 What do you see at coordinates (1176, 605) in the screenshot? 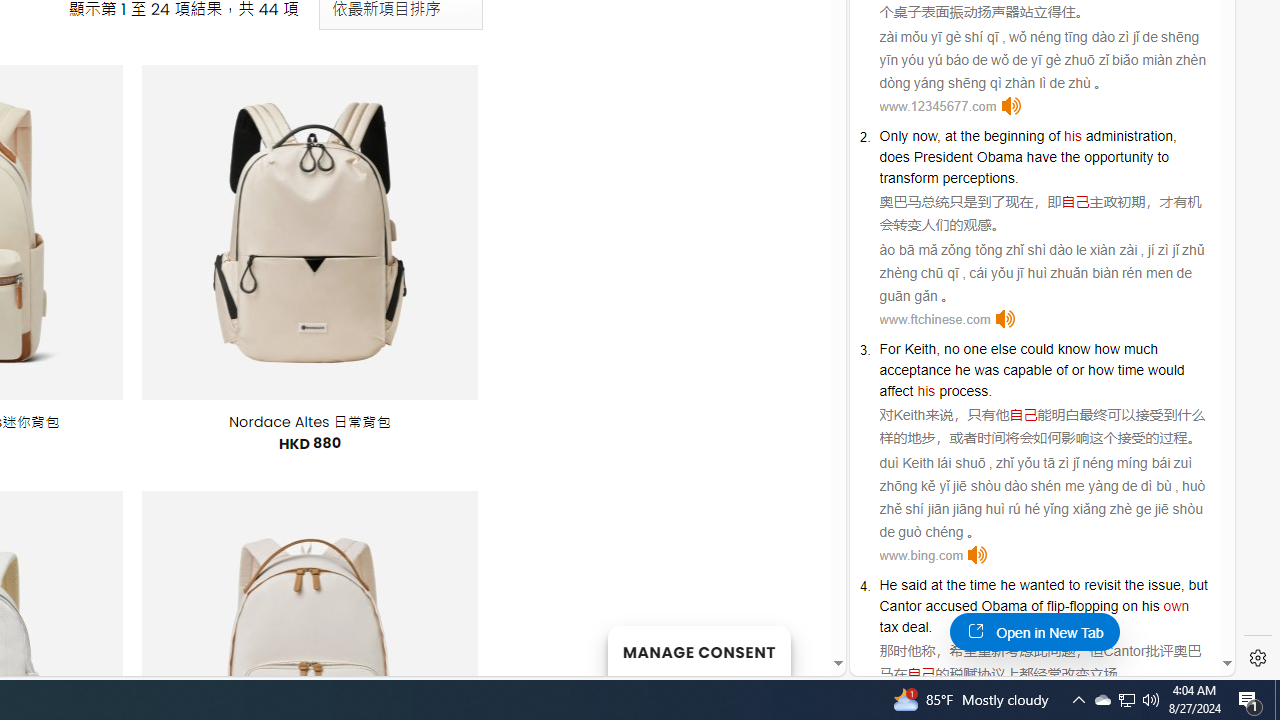
I see `'own'` at bounding box center [1176, 605].